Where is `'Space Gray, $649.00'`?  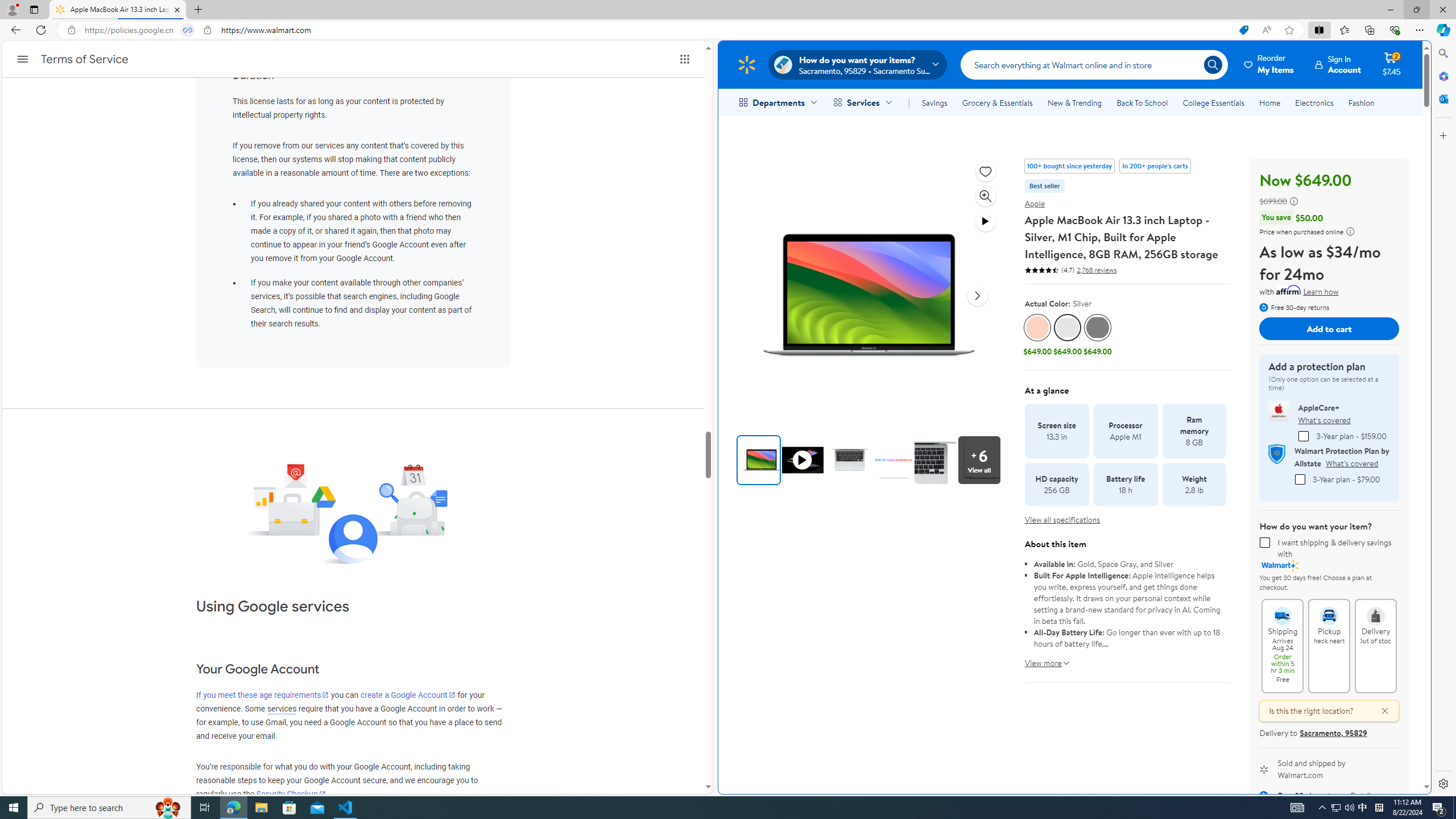 'Space Gray, $649.00' is located at coordinates (1097, 336).